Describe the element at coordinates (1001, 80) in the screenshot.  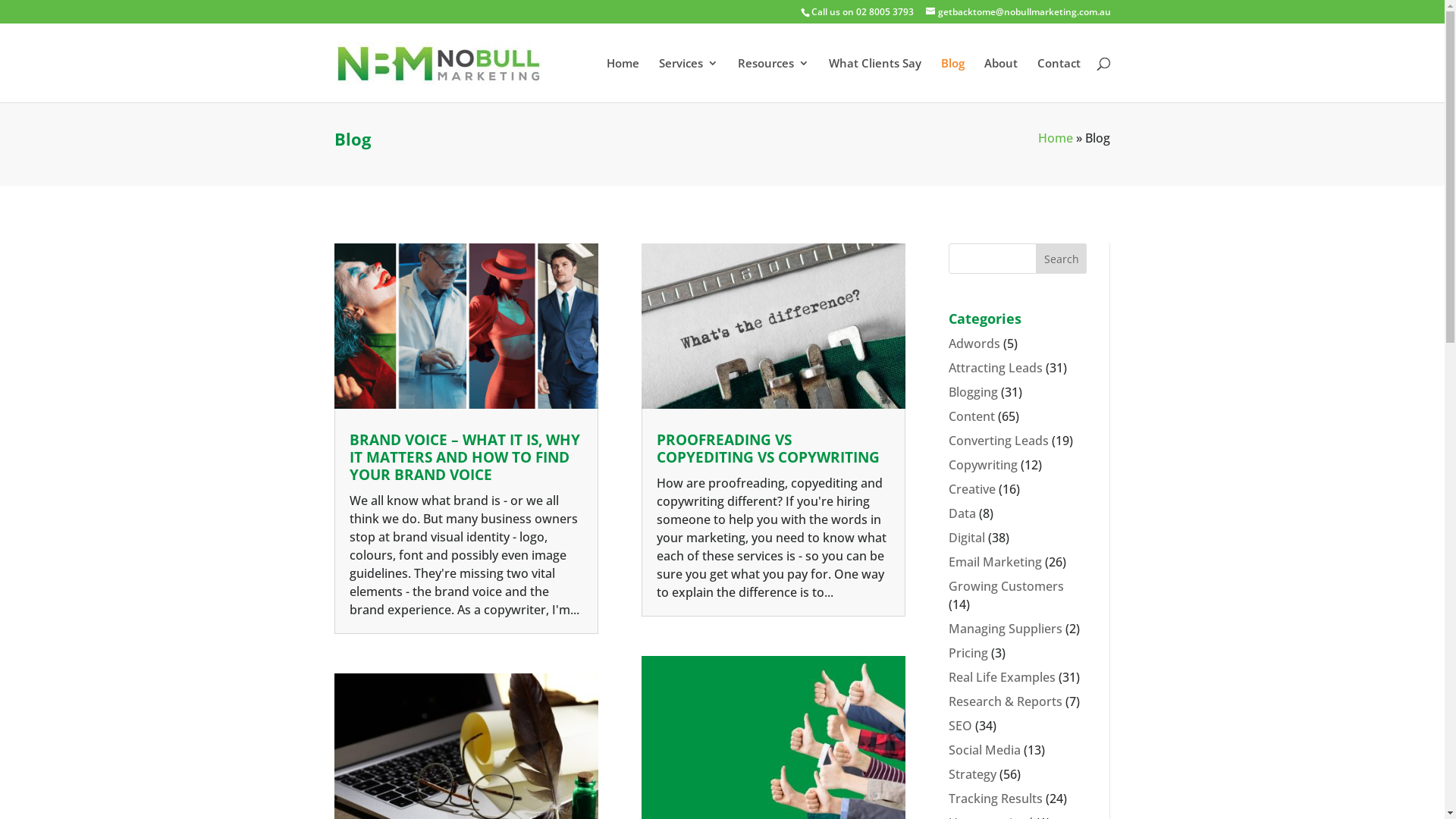
I see `'About'` at that location.